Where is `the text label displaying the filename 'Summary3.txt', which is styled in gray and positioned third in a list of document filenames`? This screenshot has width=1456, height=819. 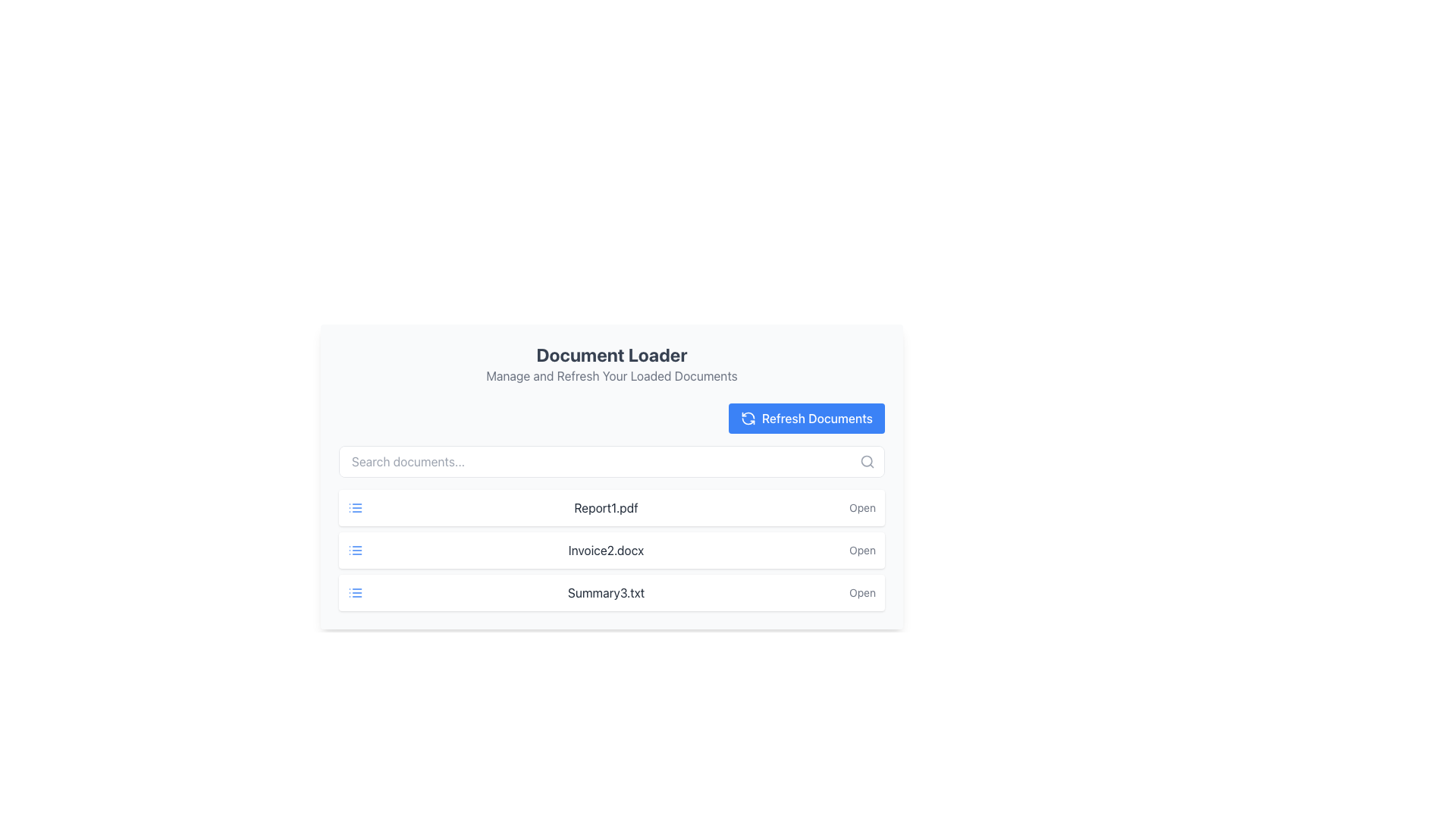 the text label displaying the filename 'Summary3.txt', which is styled in gray and positioned third in a list of document filenames is located at coordinates (605, 592).